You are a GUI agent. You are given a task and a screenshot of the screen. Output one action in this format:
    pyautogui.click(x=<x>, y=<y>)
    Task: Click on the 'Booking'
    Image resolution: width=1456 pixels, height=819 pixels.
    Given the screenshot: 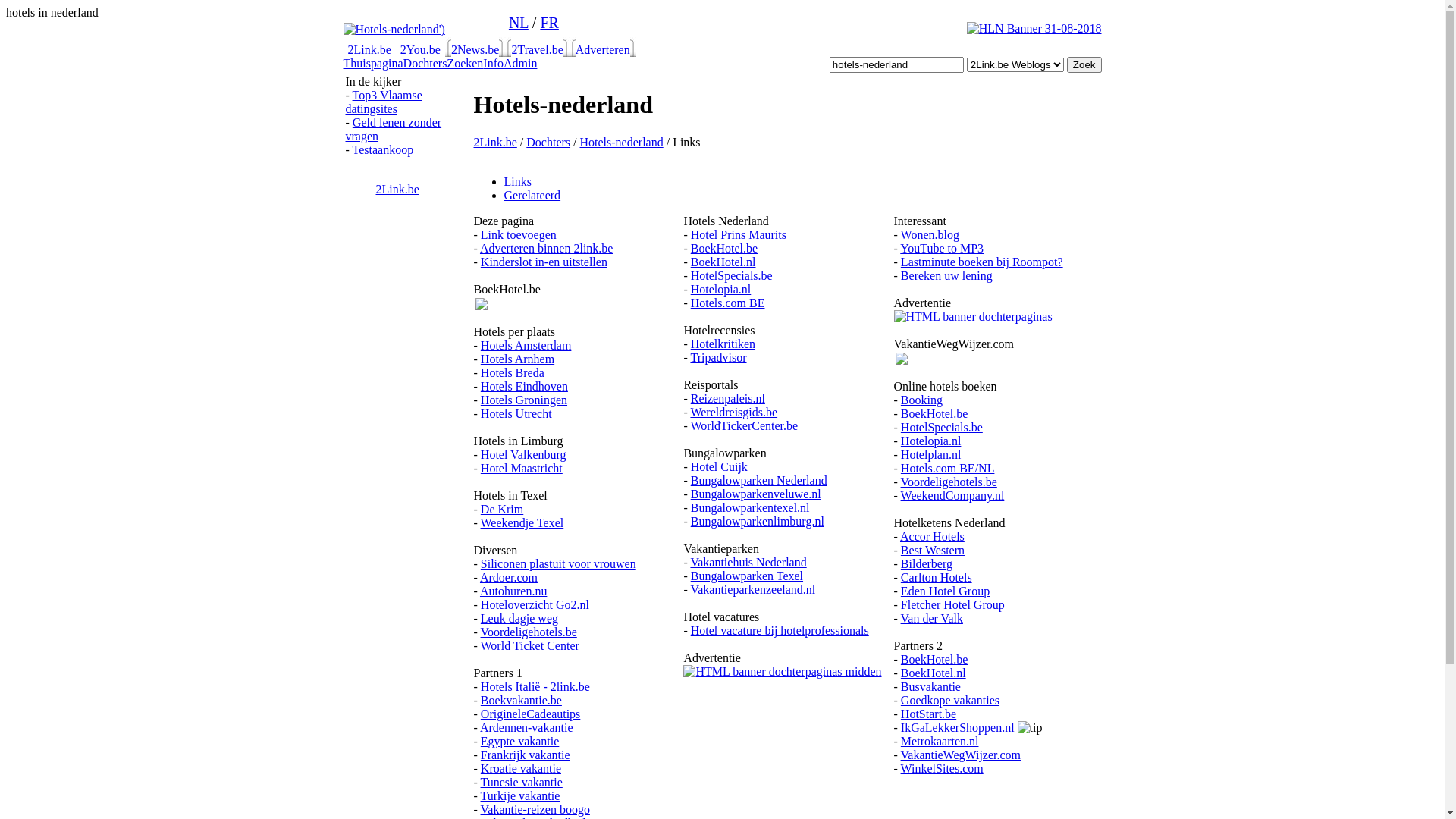 What is the action you would take?
    pyautogui.click(x=901, y=399)
    